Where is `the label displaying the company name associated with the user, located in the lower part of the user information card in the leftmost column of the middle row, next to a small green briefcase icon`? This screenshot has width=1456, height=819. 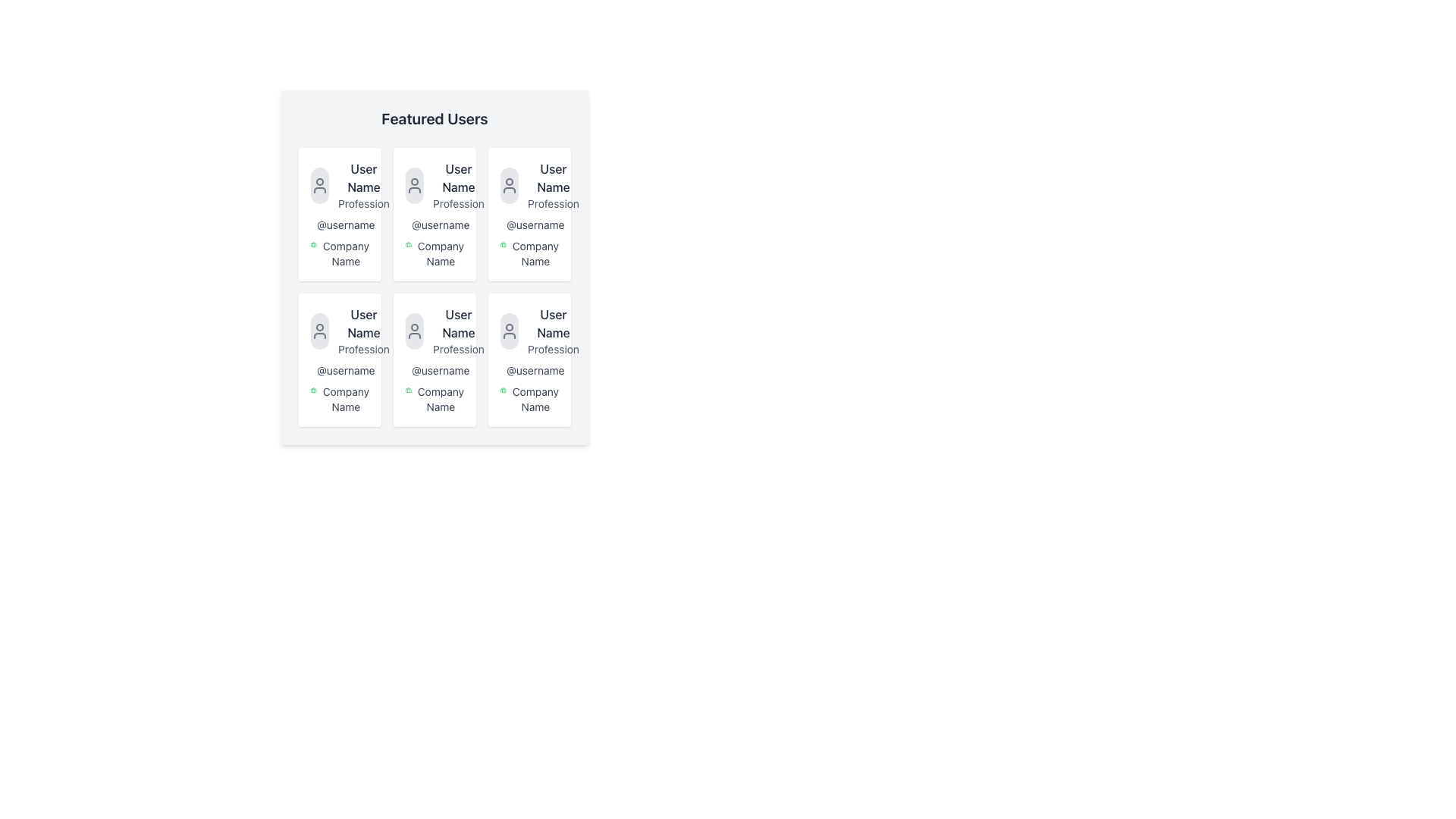 the label displaying the company name associated with the user, located in the lower part of the user information card in the leftmost column of the middle row, next to a small green briefcase icon is located at coordinates (339, 253).